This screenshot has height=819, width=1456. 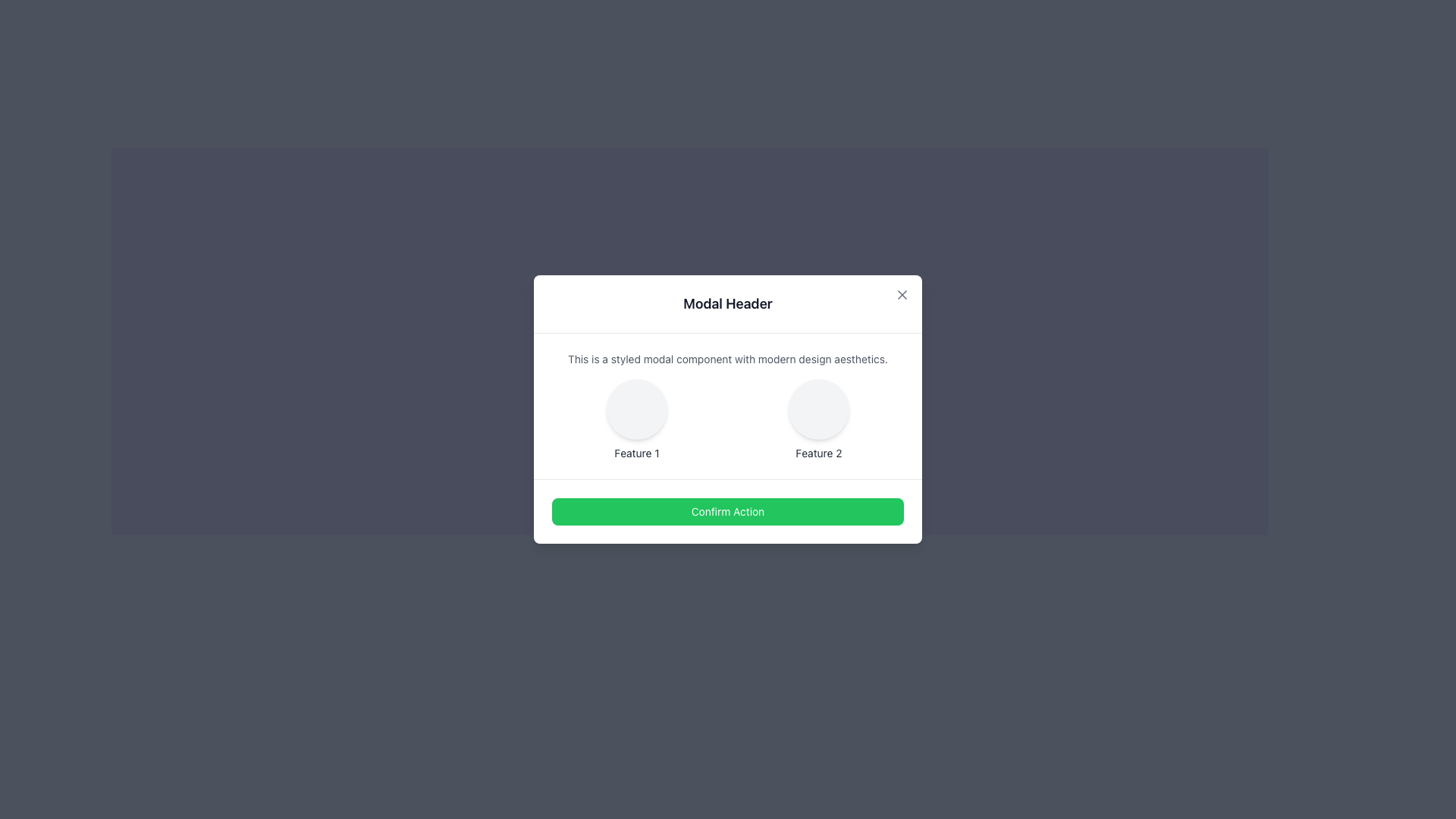 I want to click on text of the title label positioned at the top of the modal, which indicates the modal's purpose, so click(x=728, y=304).